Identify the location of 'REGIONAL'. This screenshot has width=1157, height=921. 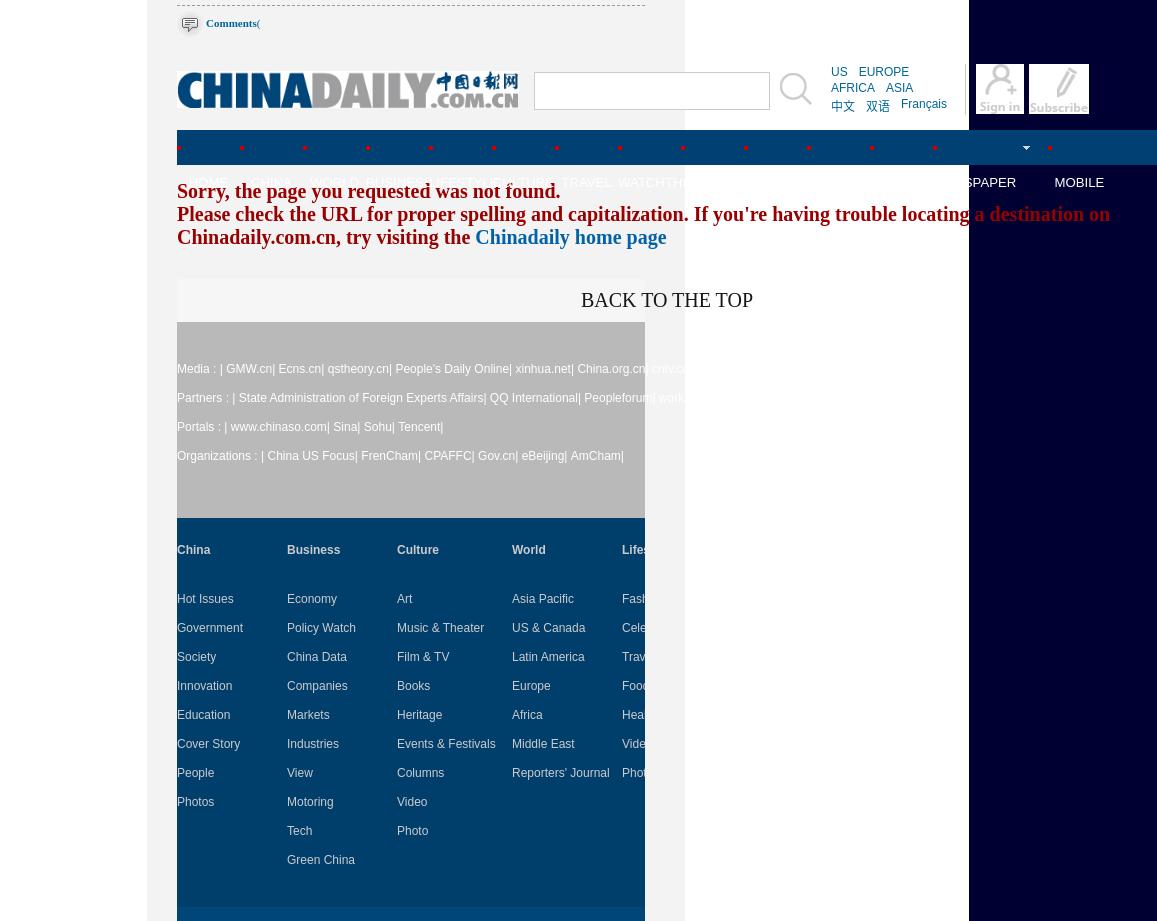
(841, 181).